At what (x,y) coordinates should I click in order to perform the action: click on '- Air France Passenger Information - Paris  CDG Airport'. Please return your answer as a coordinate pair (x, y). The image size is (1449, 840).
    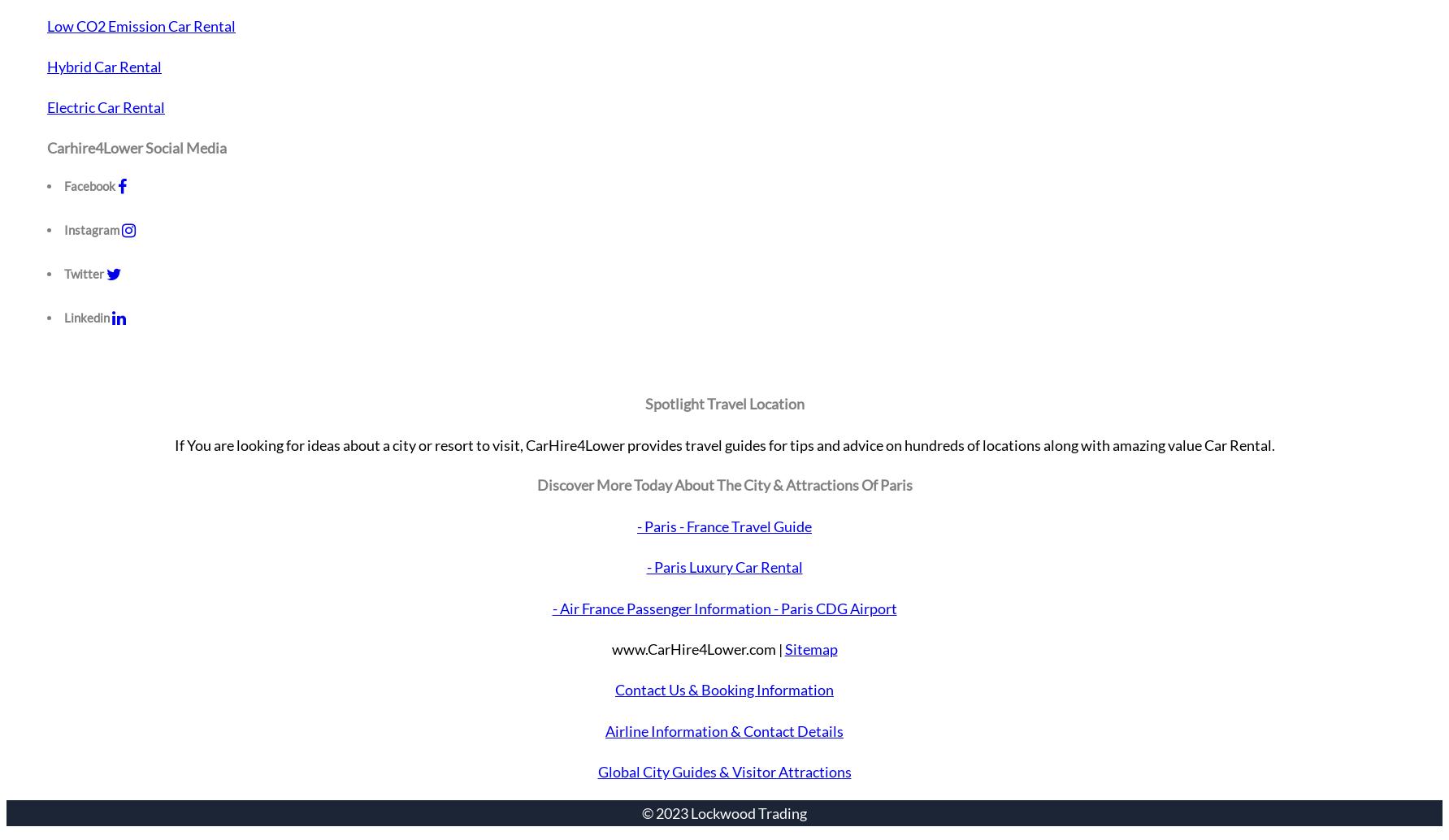
    Looking at the image, I should click on (723, 607).